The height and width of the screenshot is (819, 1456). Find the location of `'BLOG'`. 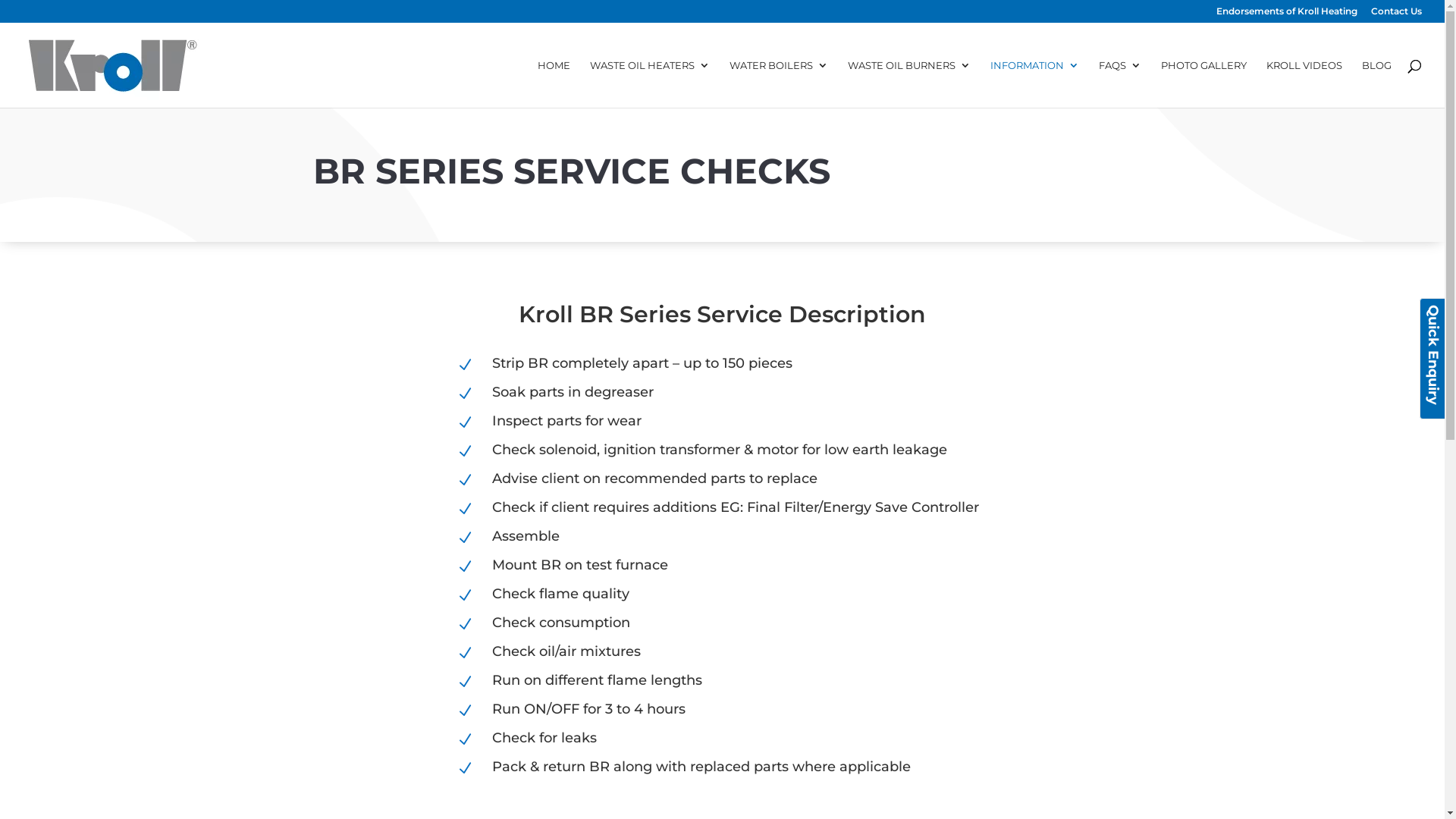

'BLOG' is located at coordinates (1376, 83).